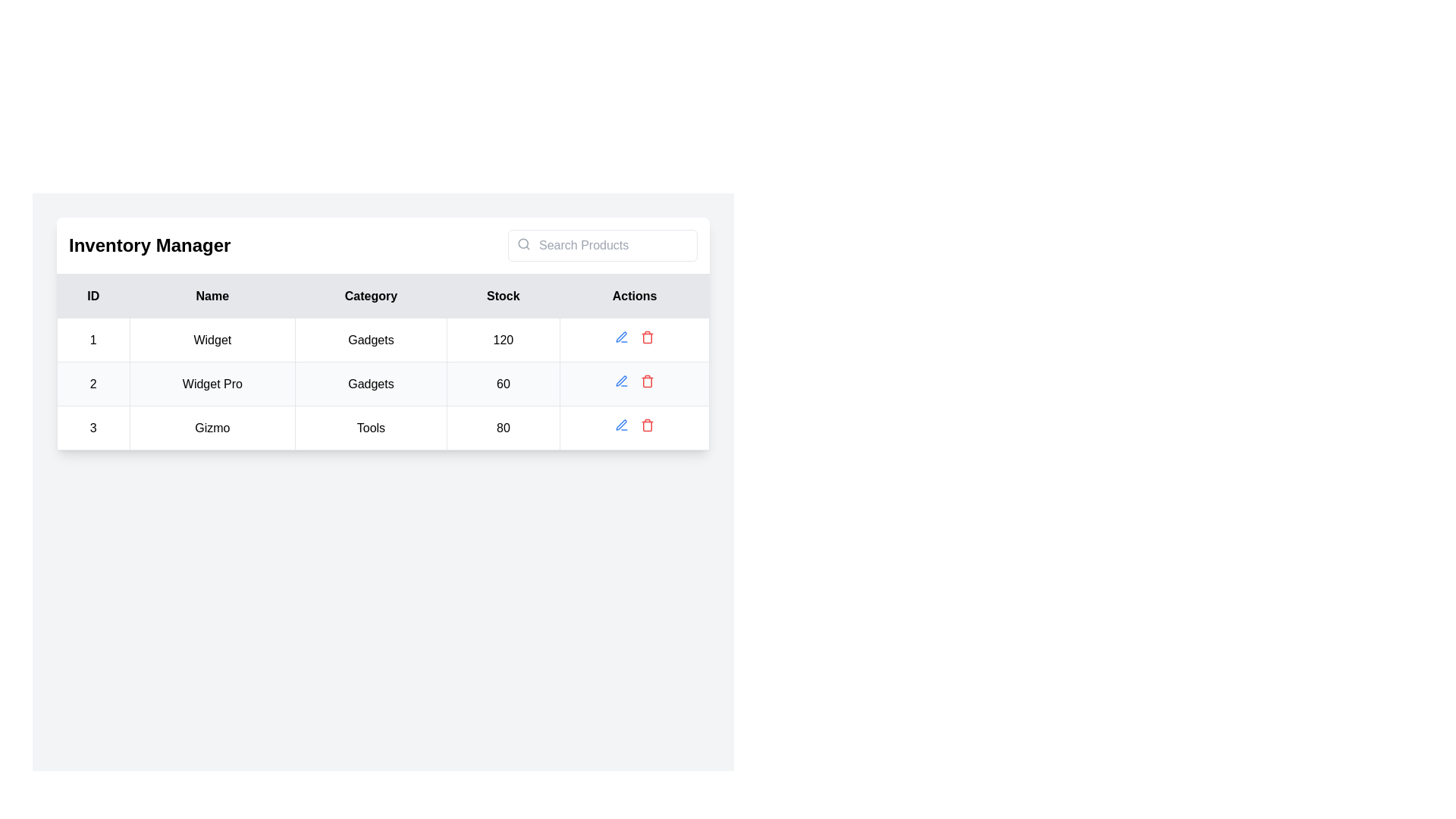 The image size is (1456, 819). What do you see at coordinates (503, 428) in the screenshot?
I see `the static text display showing '80' located in the last column of the third row within a table cell` at bounding box center [503, 428].